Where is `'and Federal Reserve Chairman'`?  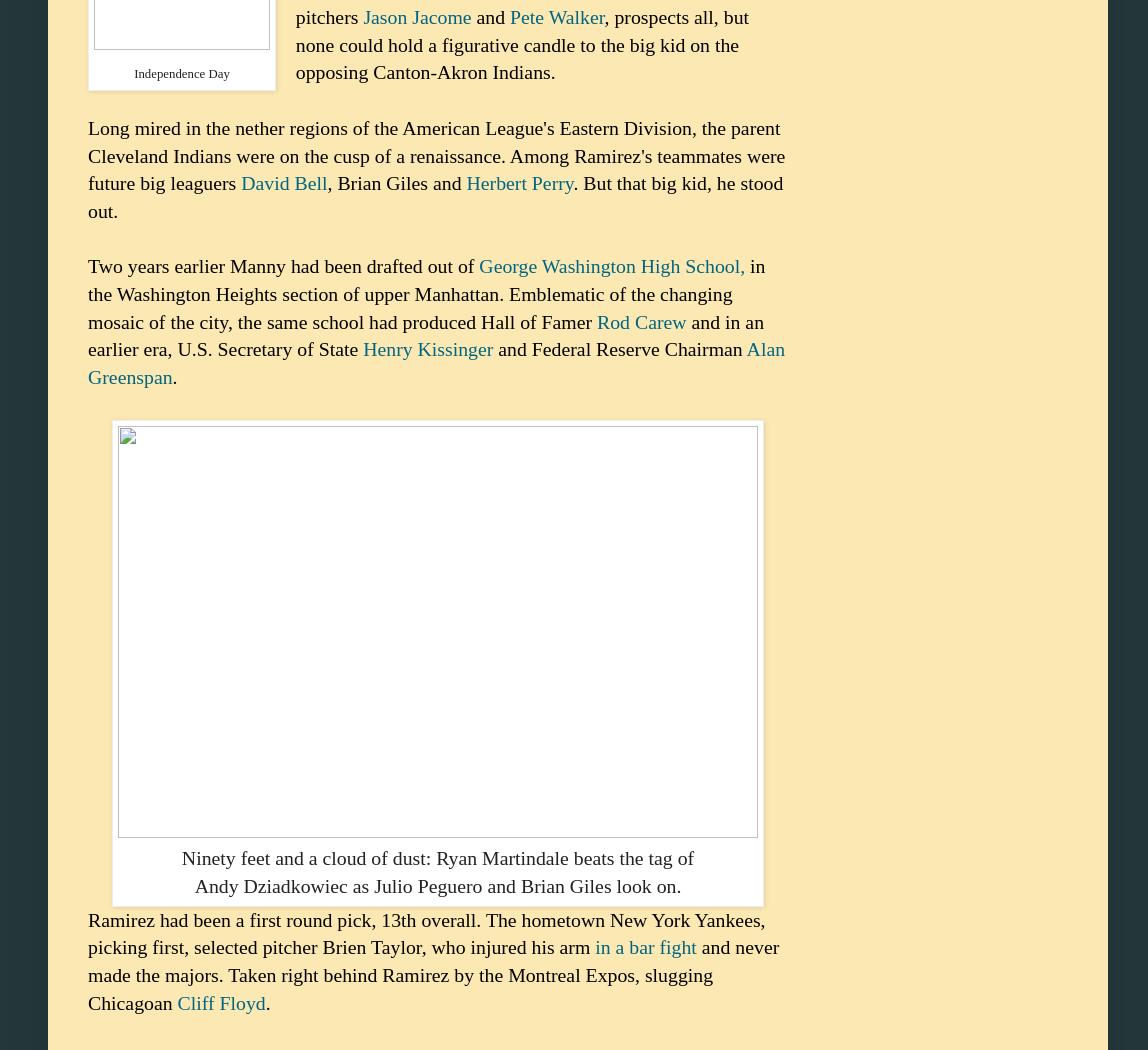 'and Federal Reserve Chairman' is located at coordinates (619, 348).